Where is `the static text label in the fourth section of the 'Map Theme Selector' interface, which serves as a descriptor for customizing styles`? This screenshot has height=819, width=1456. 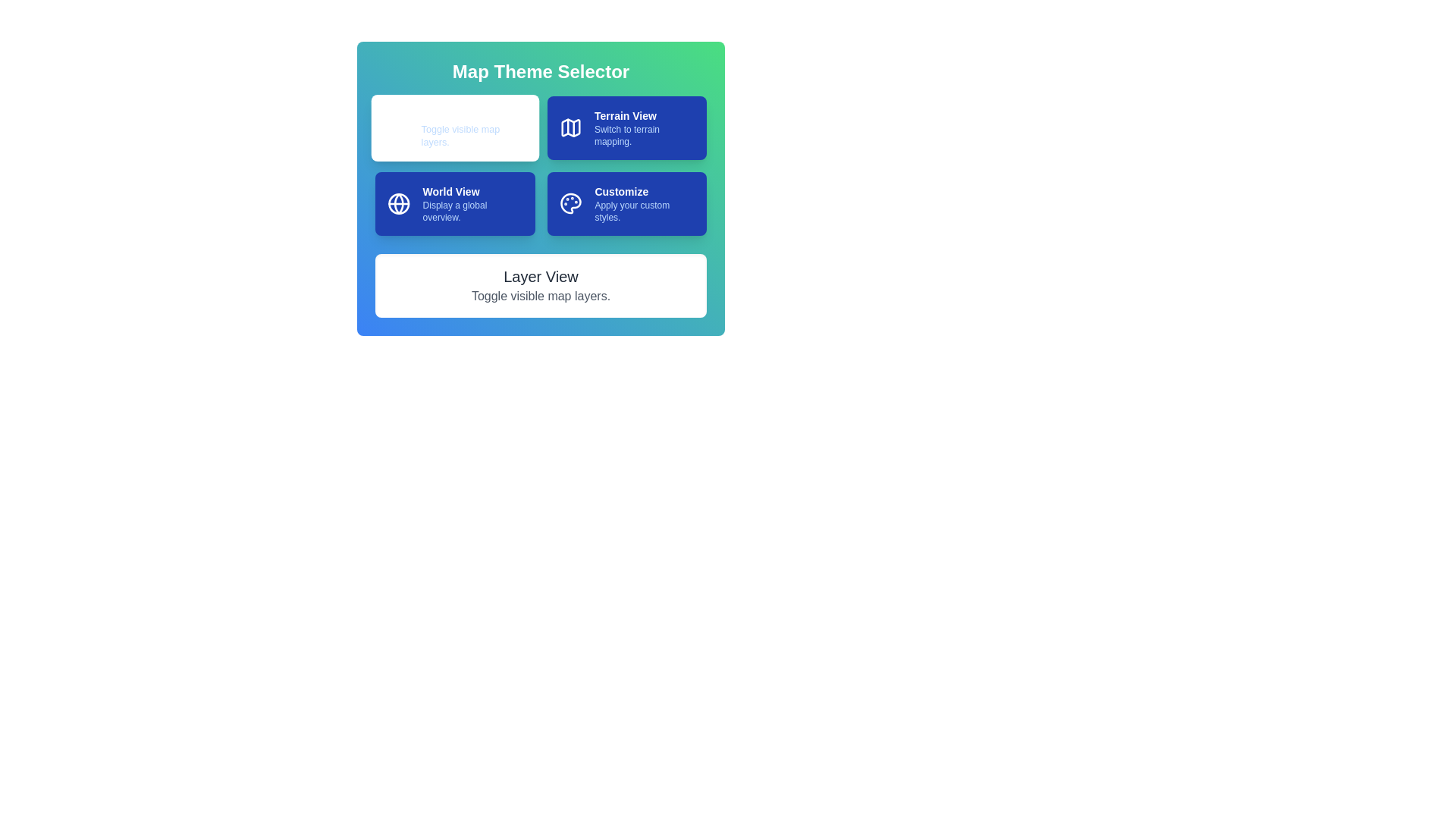 the static text label in the fourth section of the 'Map Theme Selector' interface, which serves as a descriptor for customizing styles is located at coordinates (645, 191).